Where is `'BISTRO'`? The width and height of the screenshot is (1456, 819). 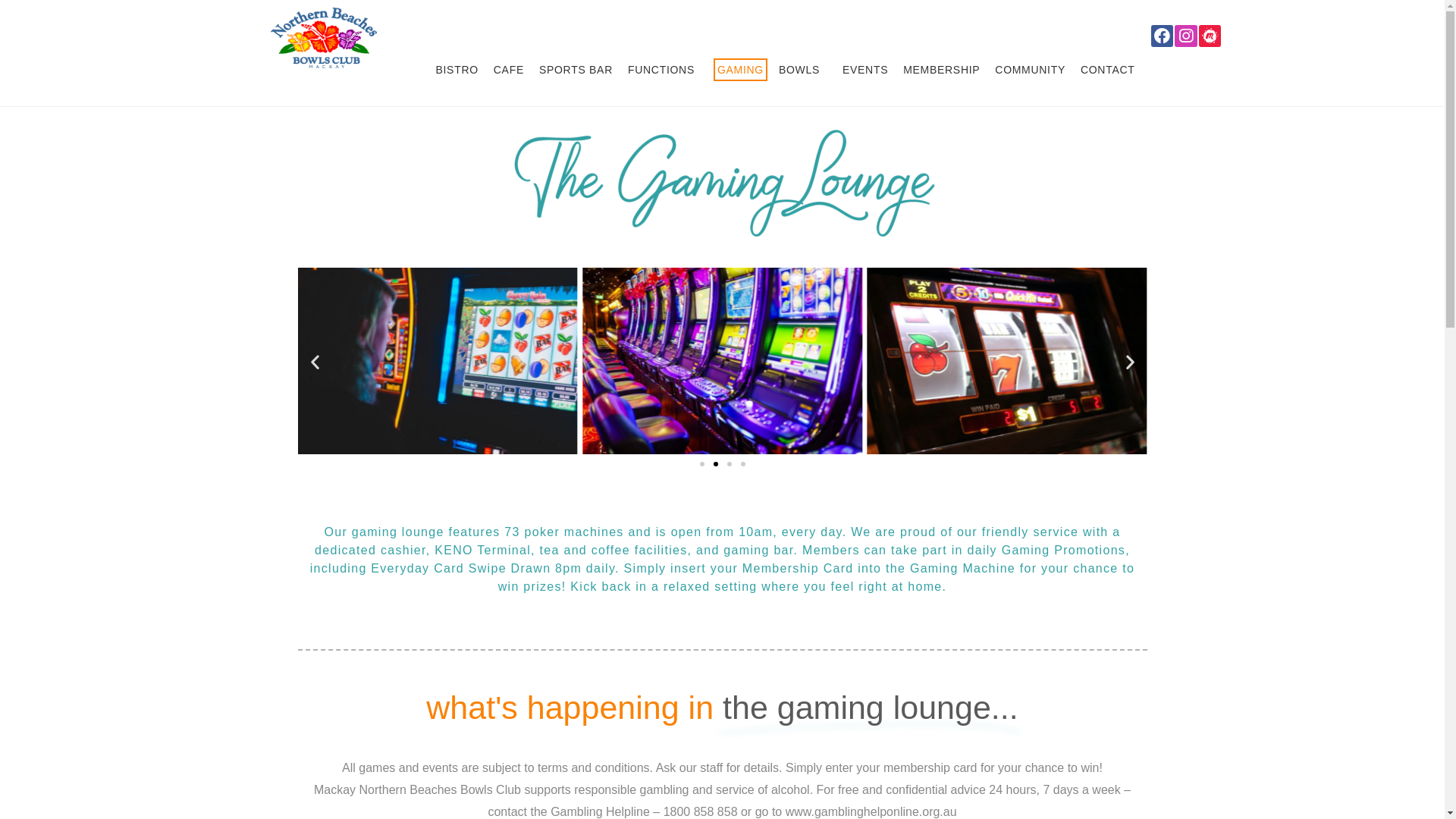 'BISTRO' is located at coordinates (455, 70).